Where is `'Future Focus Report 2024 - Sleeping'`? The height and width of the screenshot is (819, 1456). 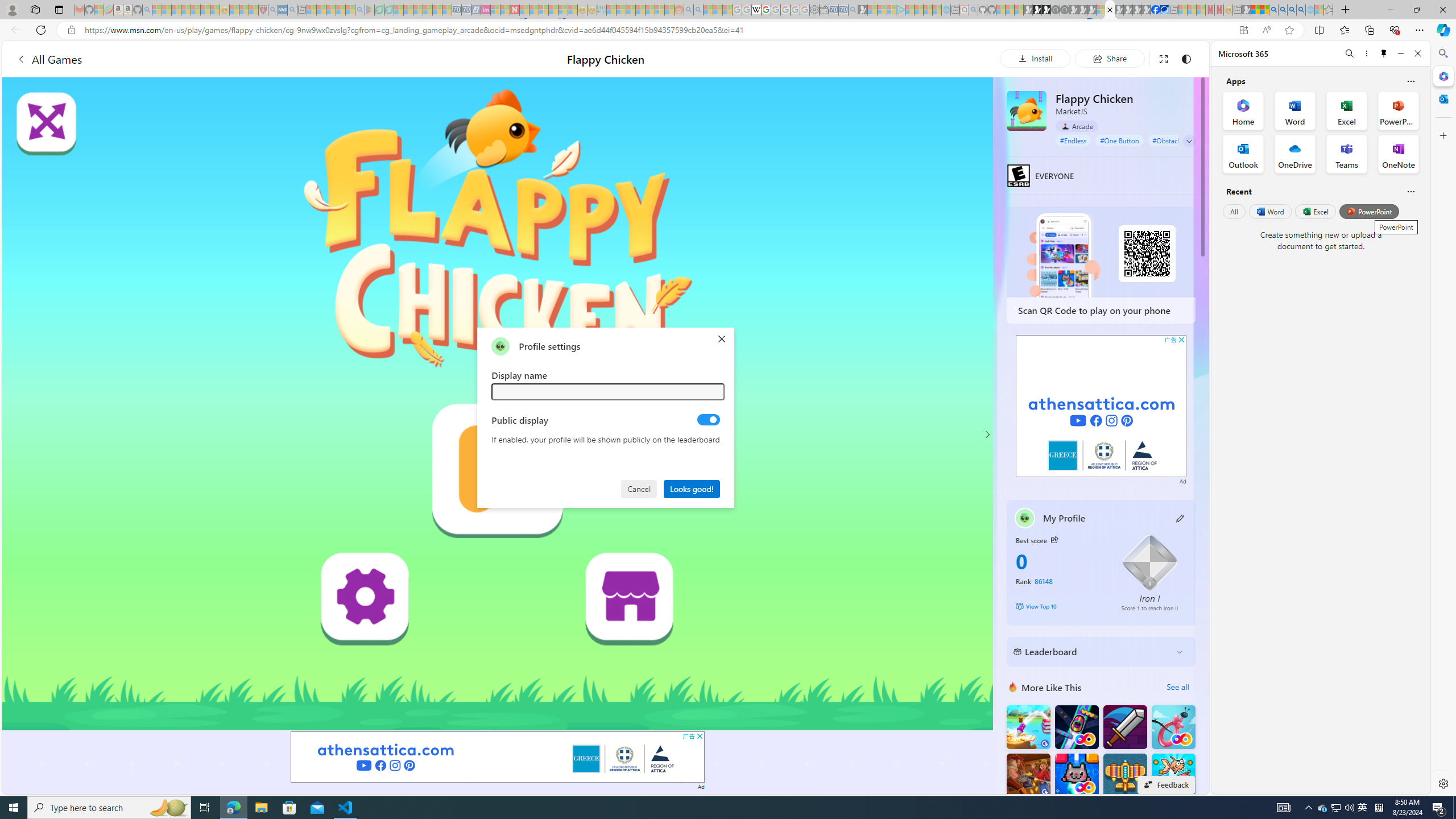 'Future Focus Report 2024 - Sleeping' is located at coordinates (1064, 9).